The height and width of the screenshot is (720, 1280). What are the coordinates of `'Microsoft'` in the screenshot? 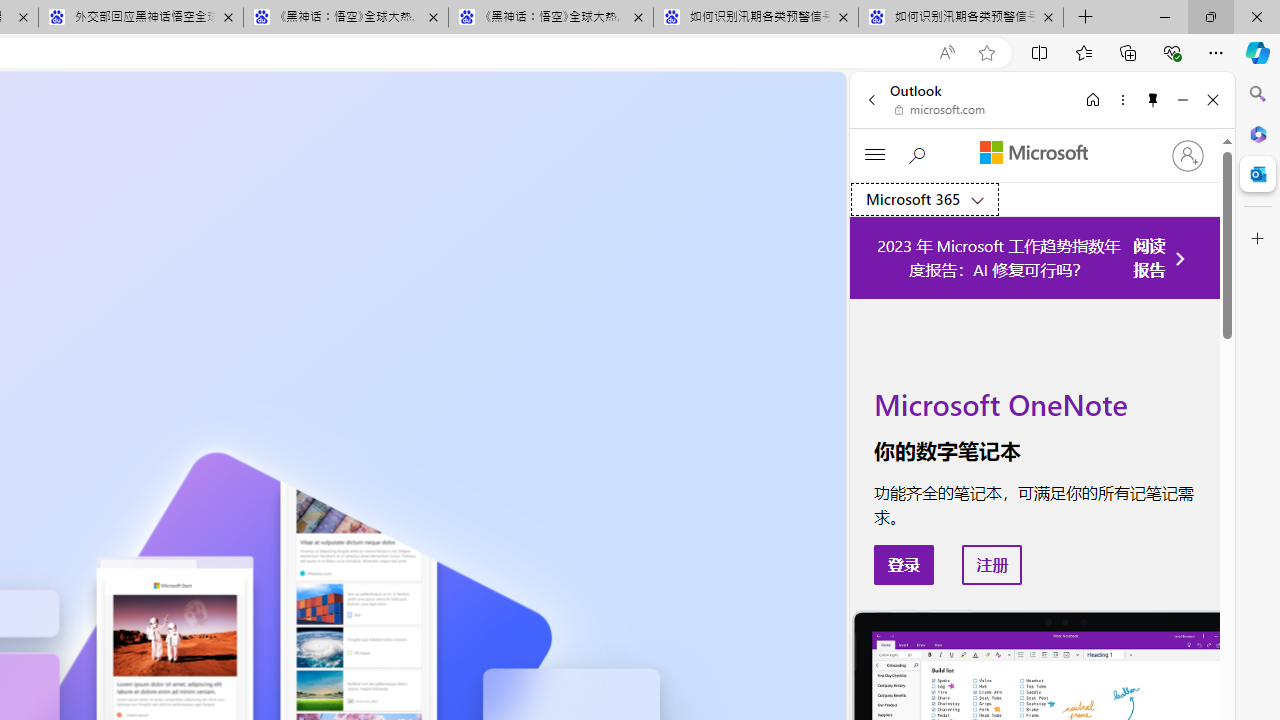 It's located at (1033, 152).